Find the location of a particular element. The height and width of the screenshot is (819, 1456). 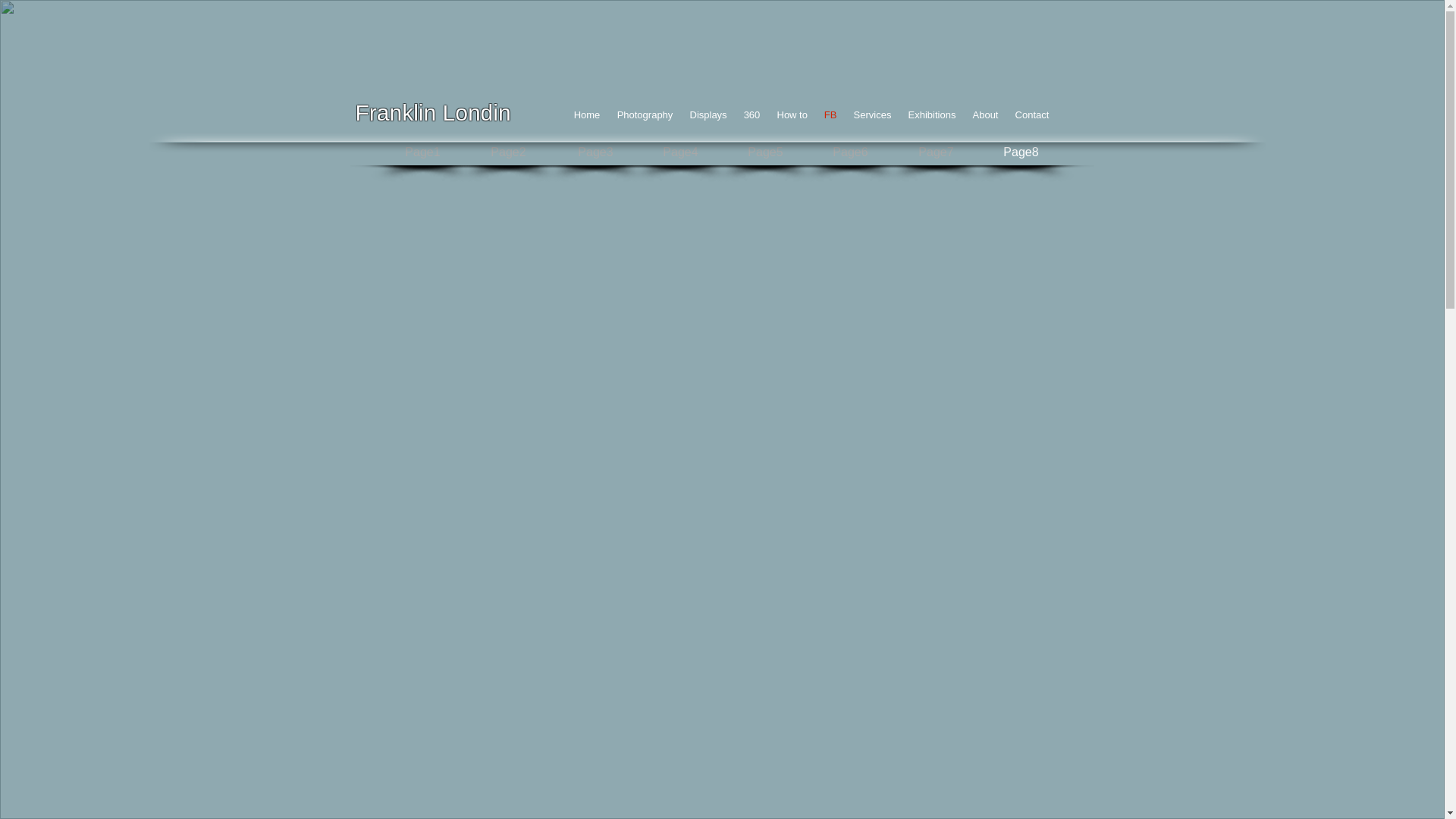

'Page6' is located at coordinates (850, 152).